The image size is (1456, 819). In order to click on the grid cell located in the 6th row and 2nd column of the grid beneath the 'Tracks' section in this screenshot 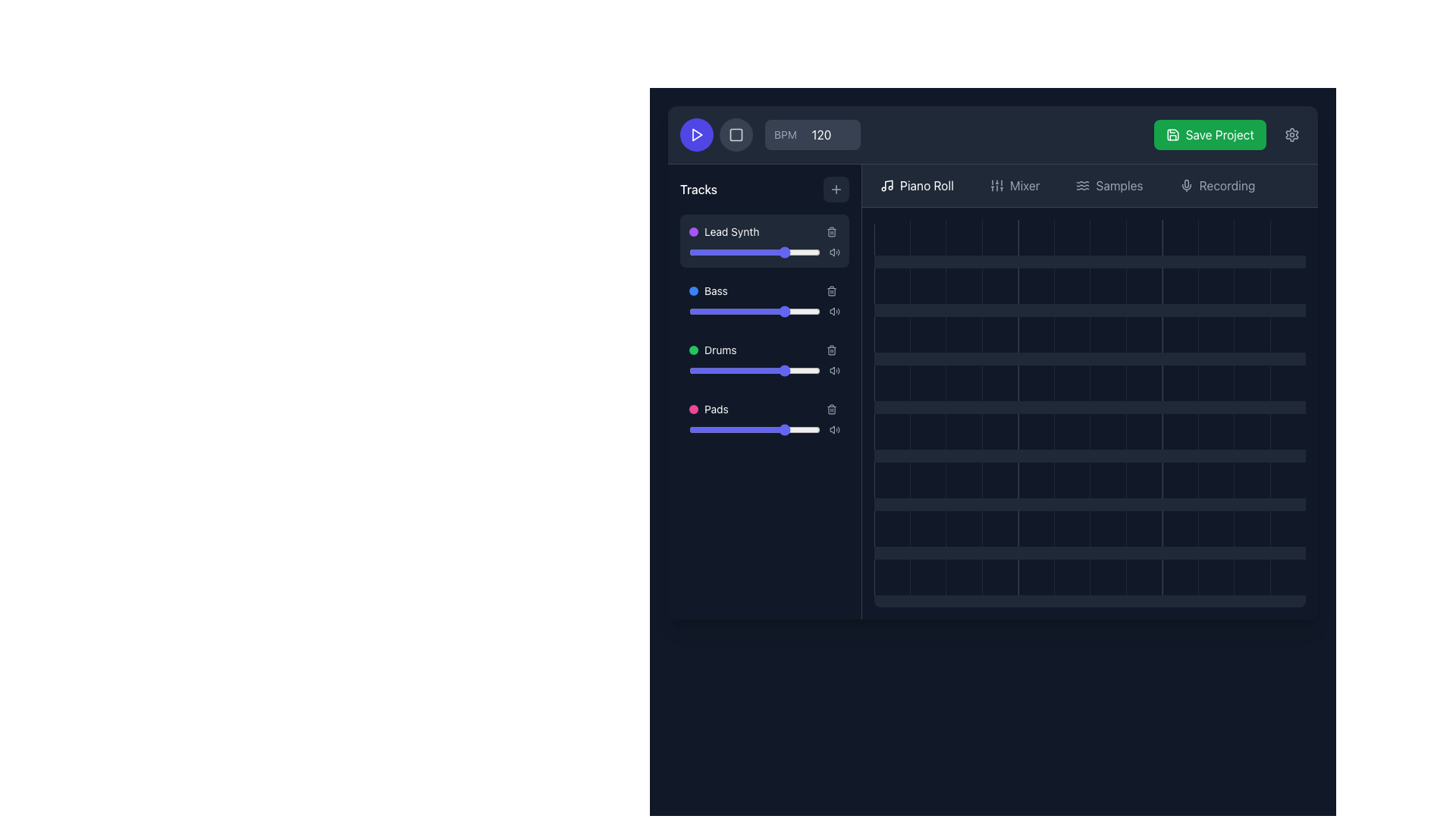, I will do `click(927, 528)`.